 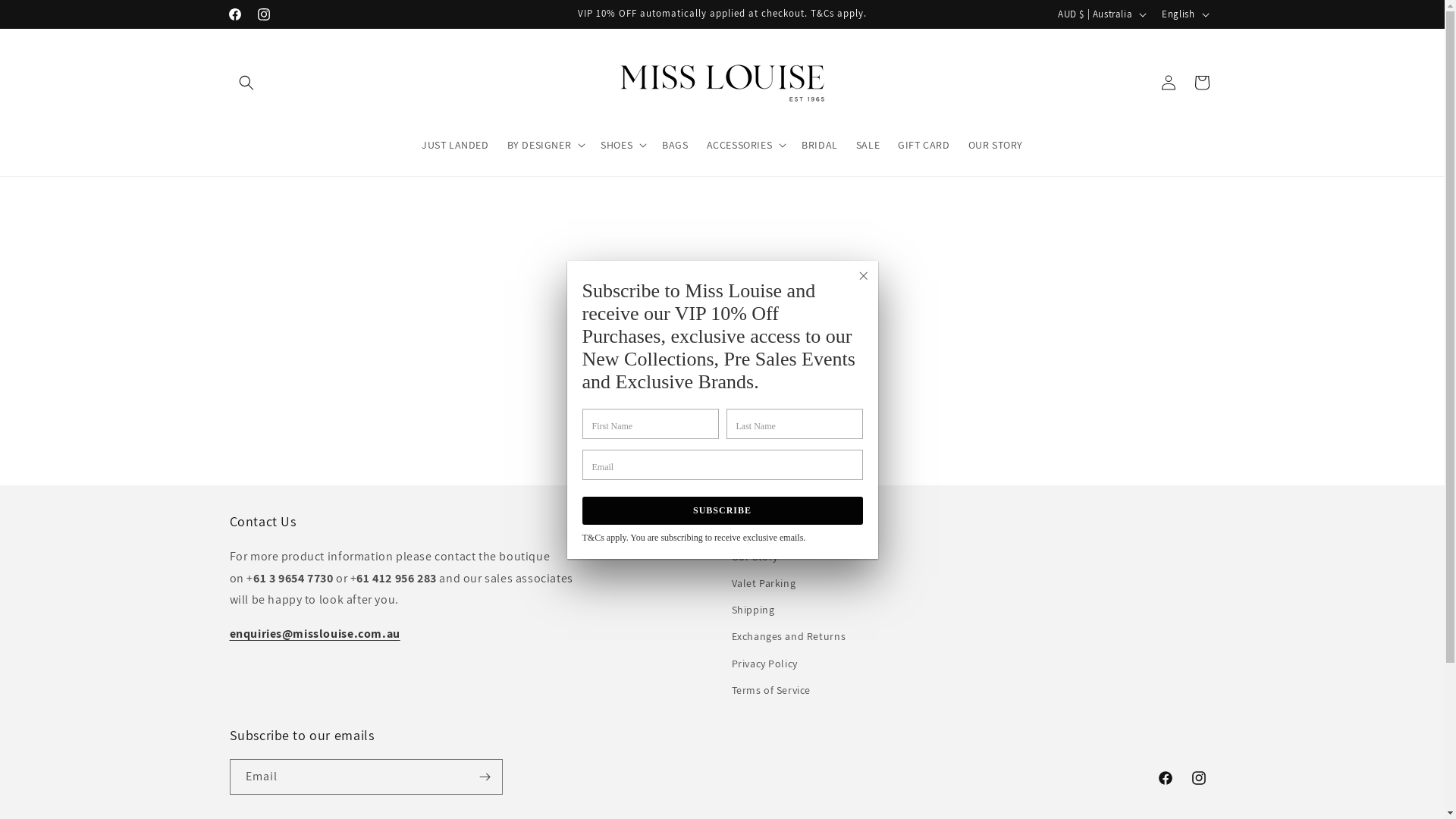 What do you see at coordinates (770, 690) in the screenshot?
I see `'Terms of Service'` at bounding box center [770, 690].